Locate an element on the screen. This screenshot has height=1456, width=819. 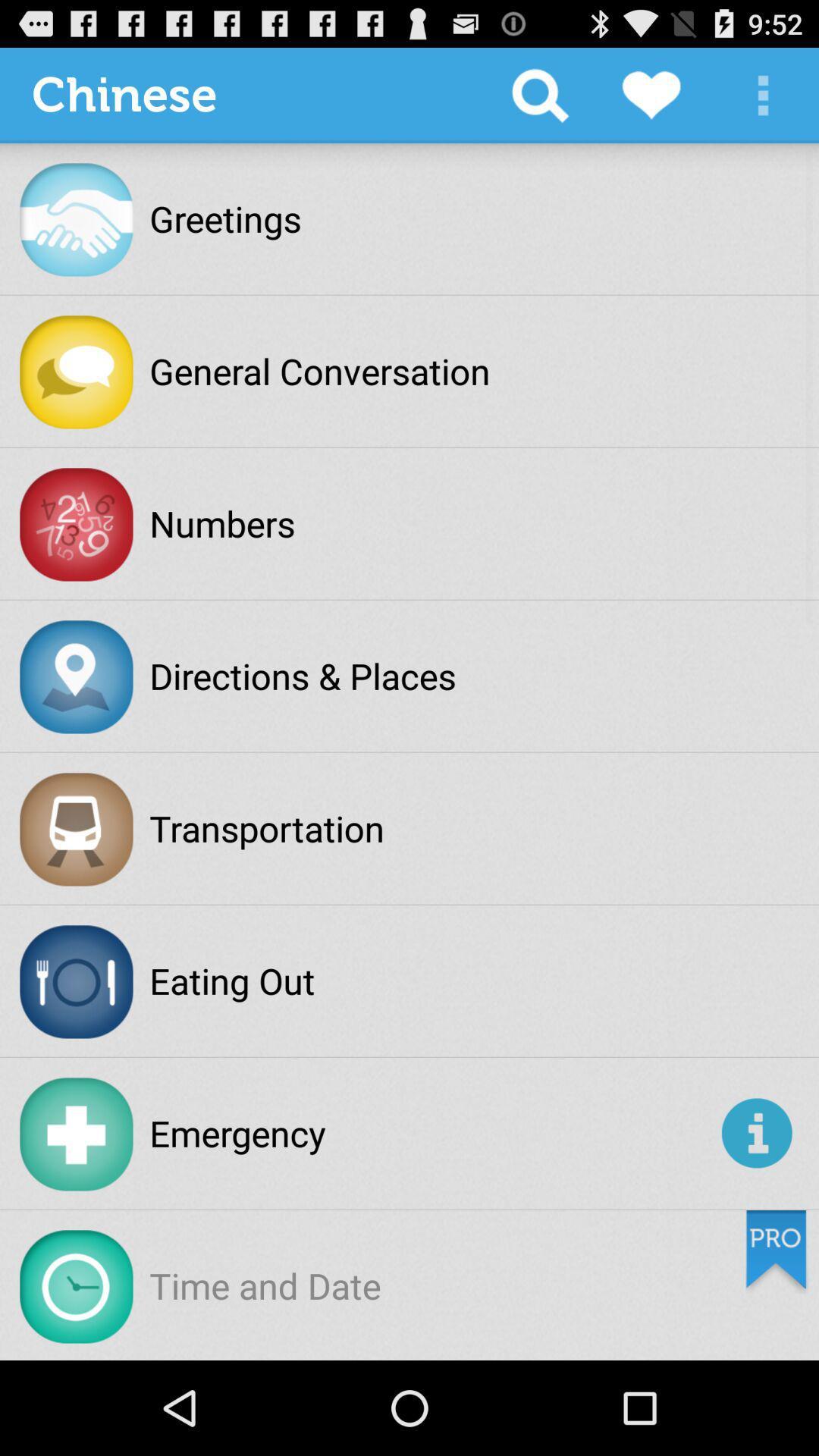
the time and date icon is located at coordinates (264, 1285).